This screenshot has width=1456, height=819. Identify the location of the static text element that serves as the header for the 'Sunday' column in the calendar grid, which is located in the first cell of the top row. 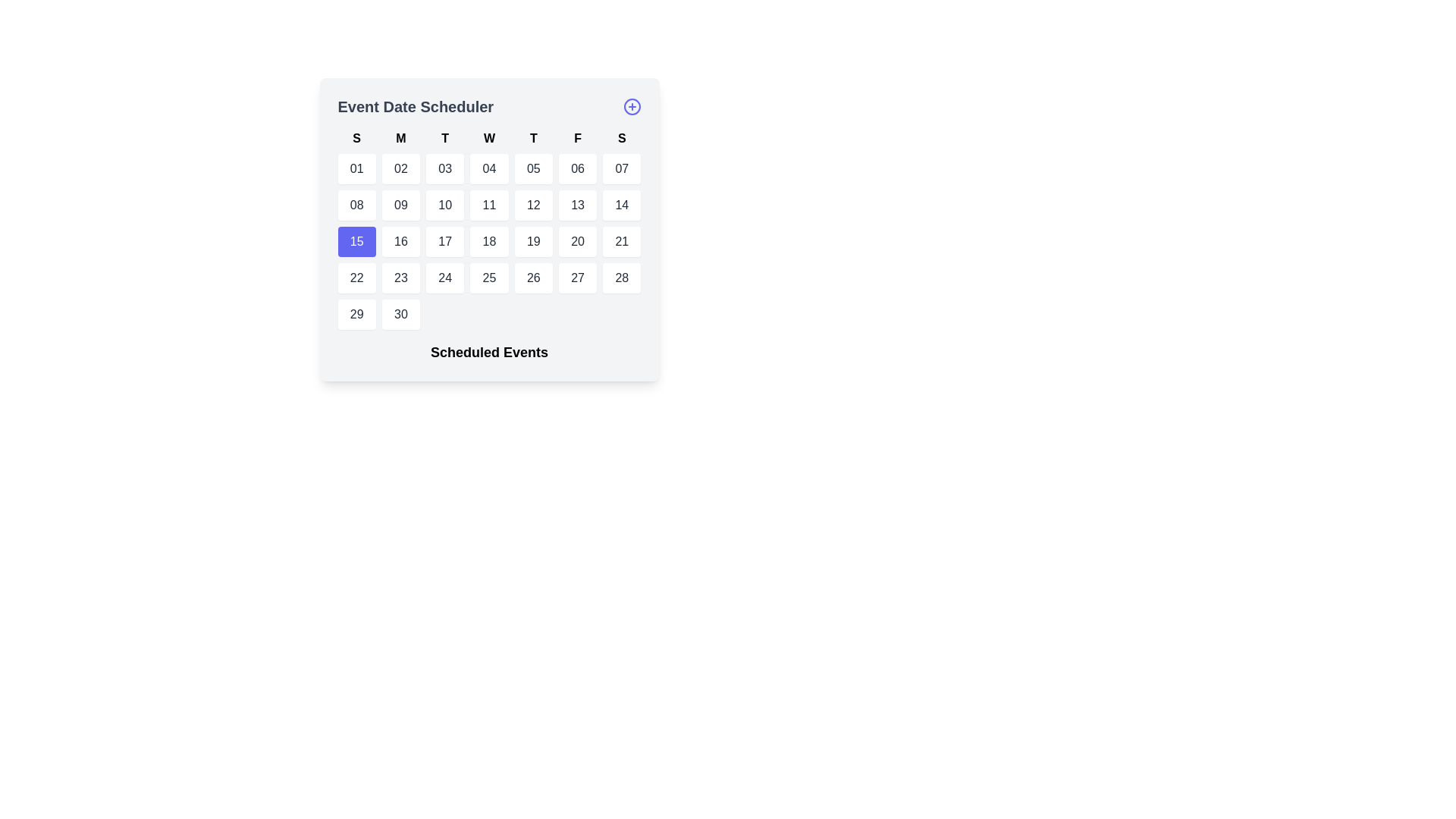
(356, 138).